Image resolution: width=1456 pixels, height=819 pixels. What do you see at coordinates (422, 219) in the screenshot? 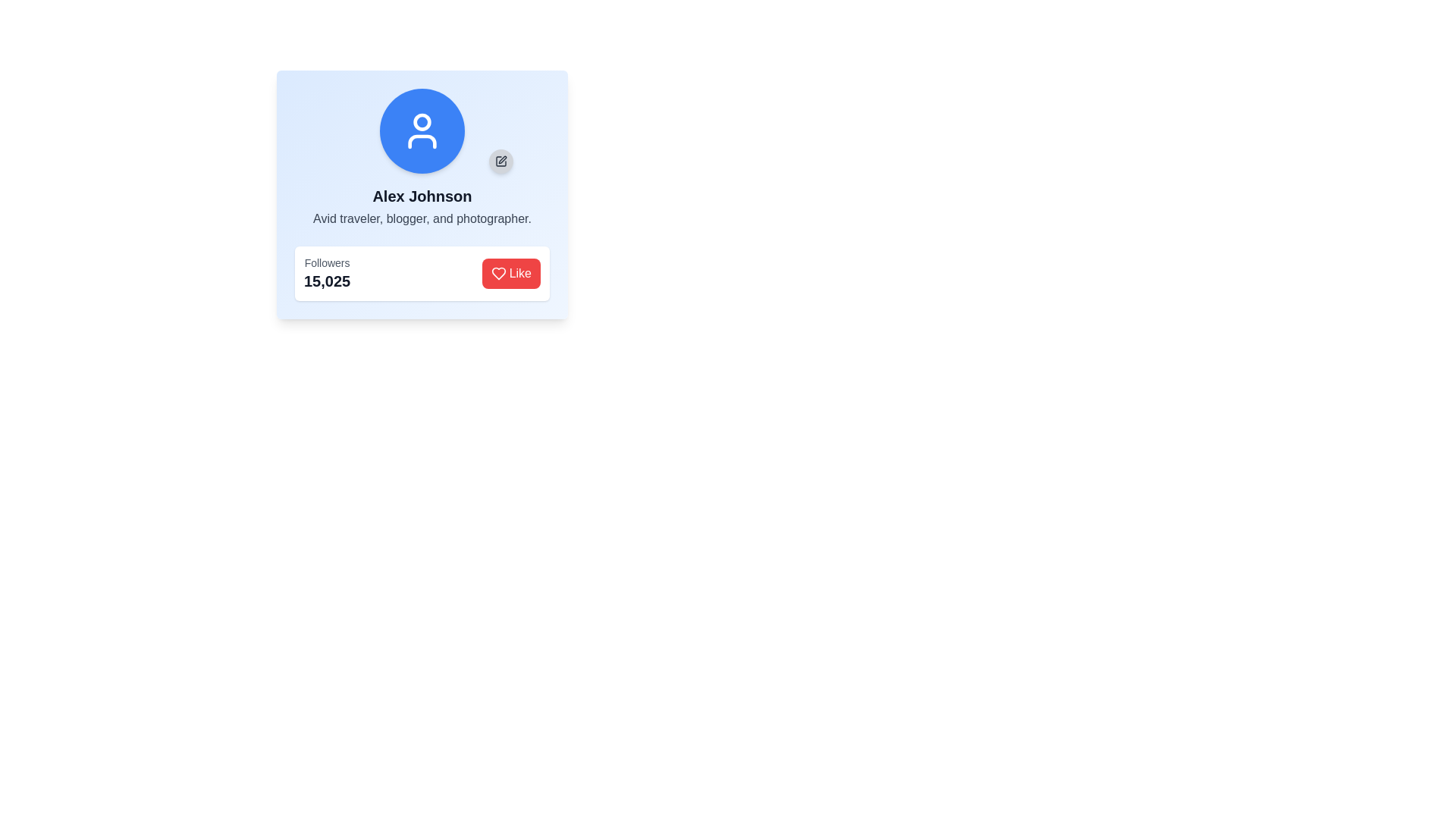
I see `additional description text located directly below the name 'Alex Johnson' in the profile card layout` at bounding box center [422, 219].